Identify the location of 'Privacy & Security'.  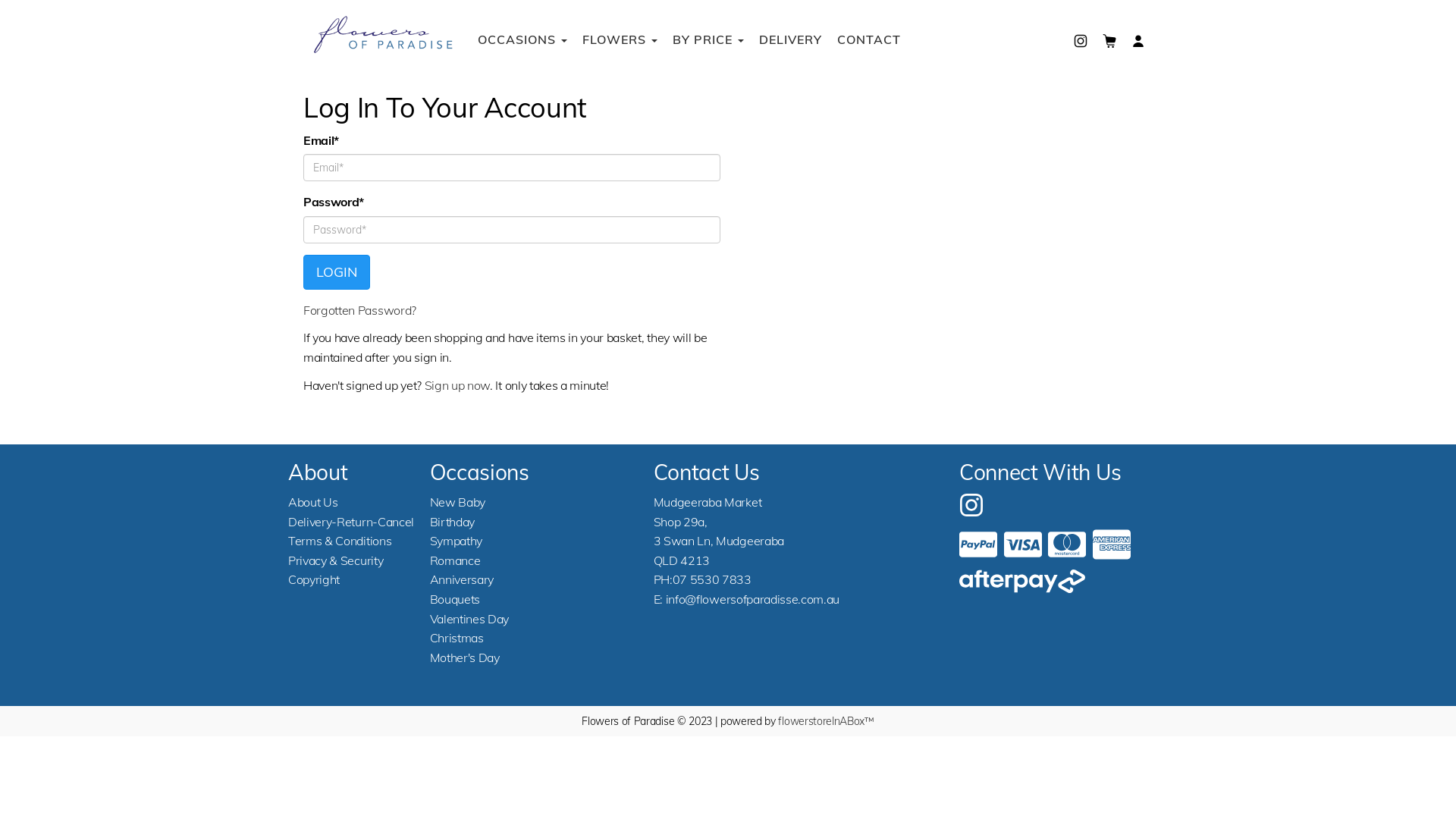
(334, 560).